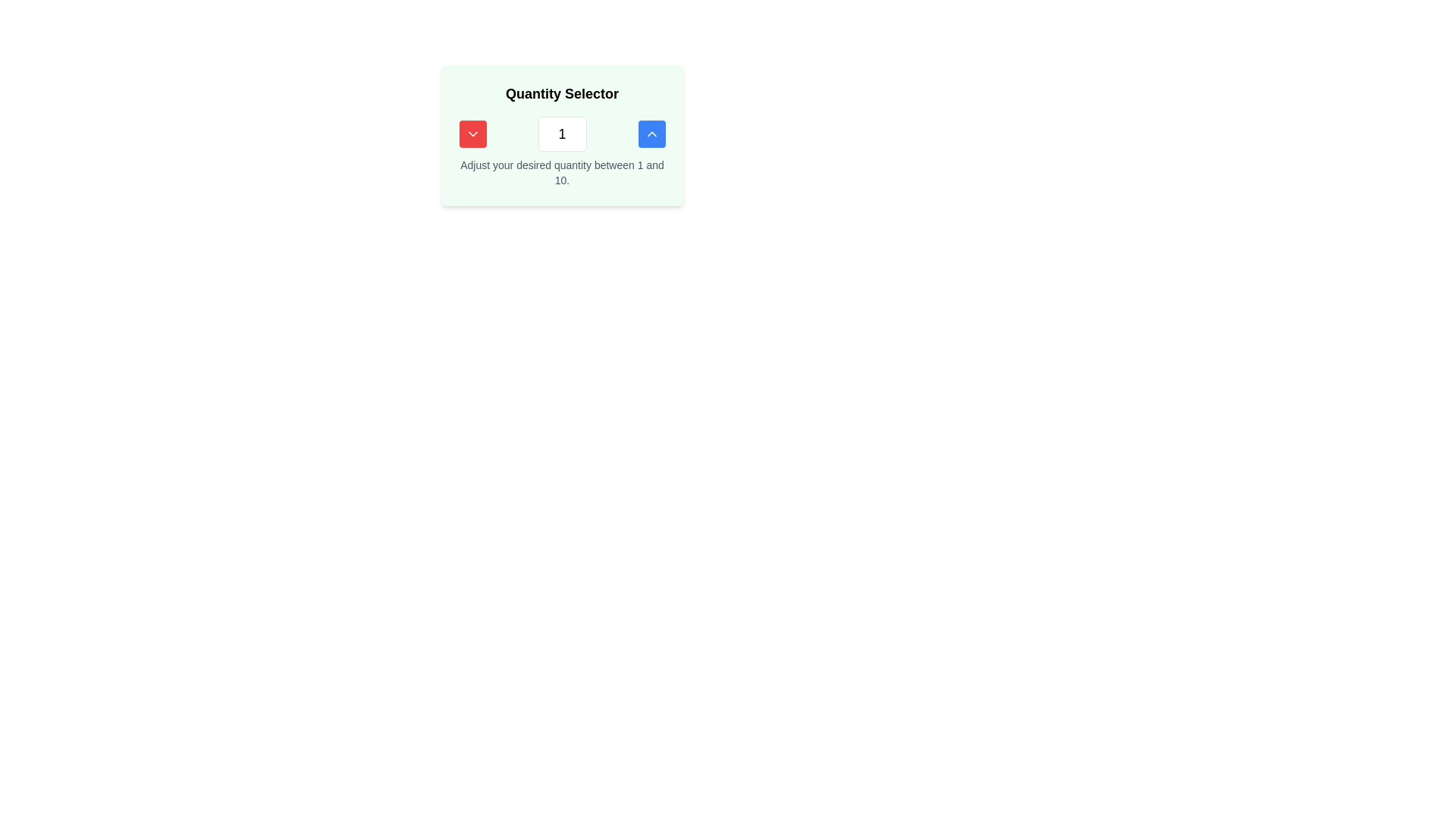 The width and height of the screenshot is (1456, 819). What do you see at coordinates (561, 171) in the screenshot?
I see `the static text label that instructs 'Adjust your desired quantity between 1 and 10.', located below the quantity selector interface` at bounding box center [561, 171].